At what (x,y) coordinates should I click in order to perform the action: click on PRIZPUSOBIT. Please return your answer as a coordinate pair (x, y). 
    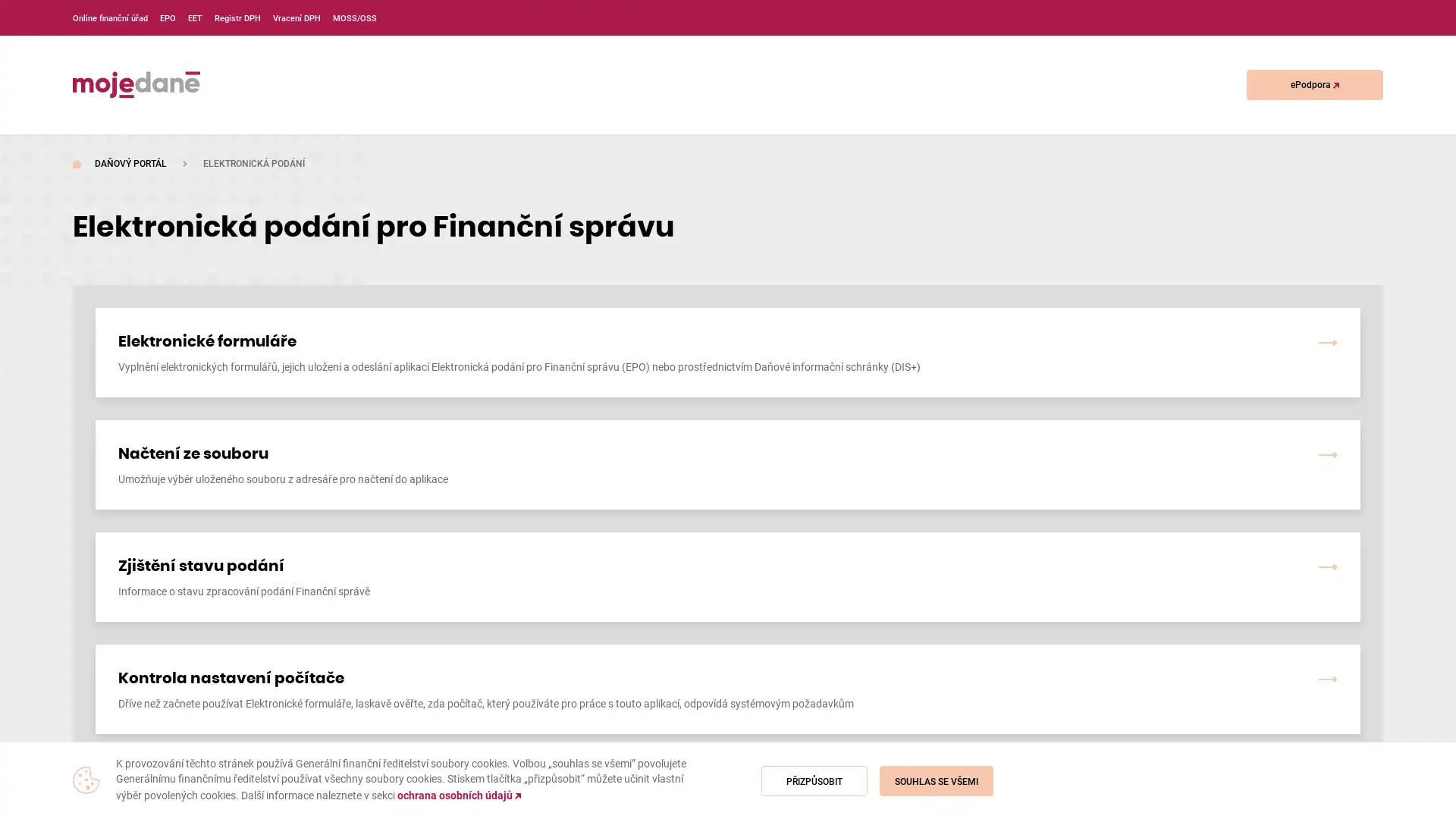
    Looking at the image, I should click on (814, 780).